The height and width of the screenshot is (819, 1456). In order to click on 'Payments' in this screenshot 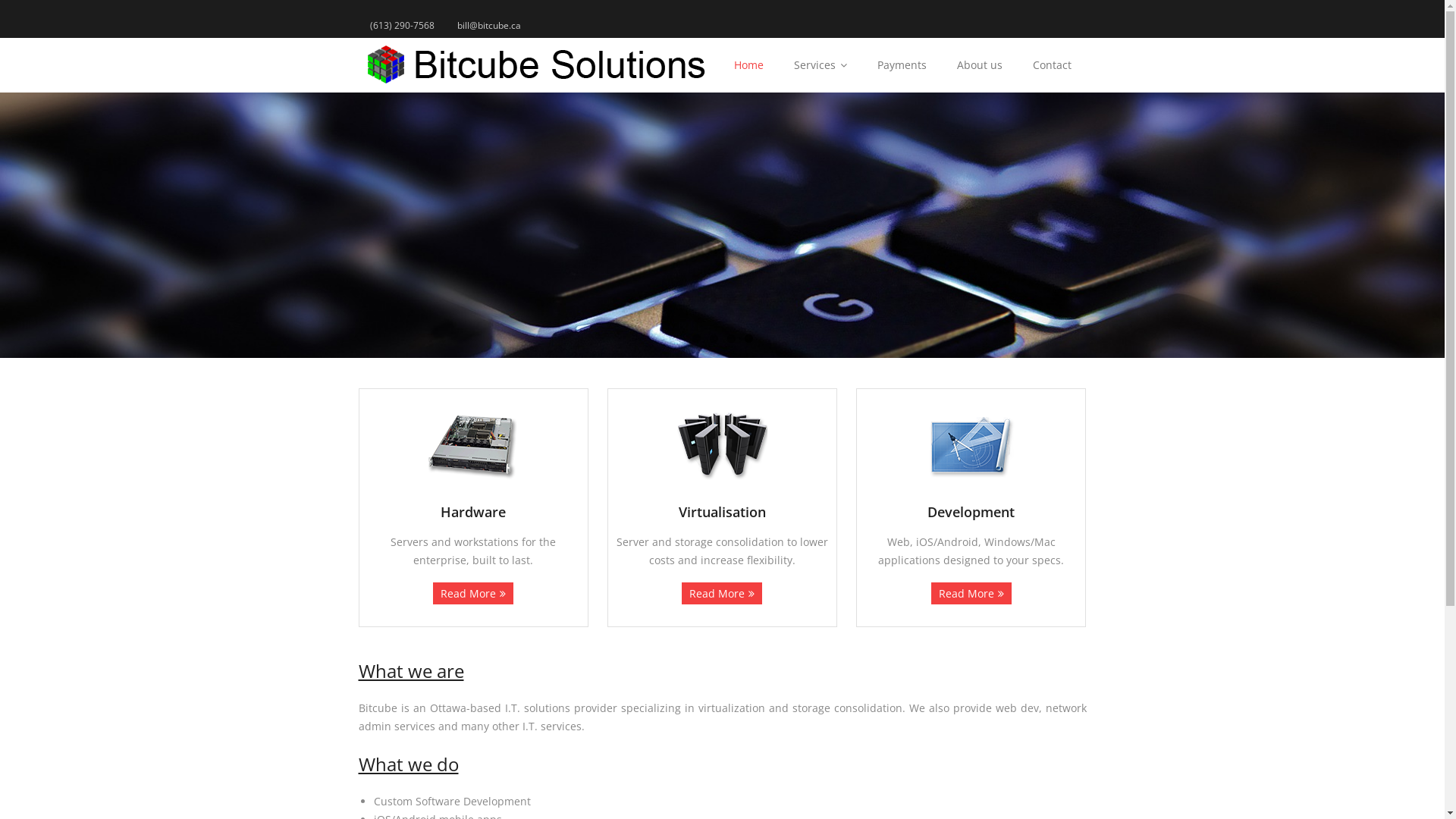, I will do `click(901, 64)`.